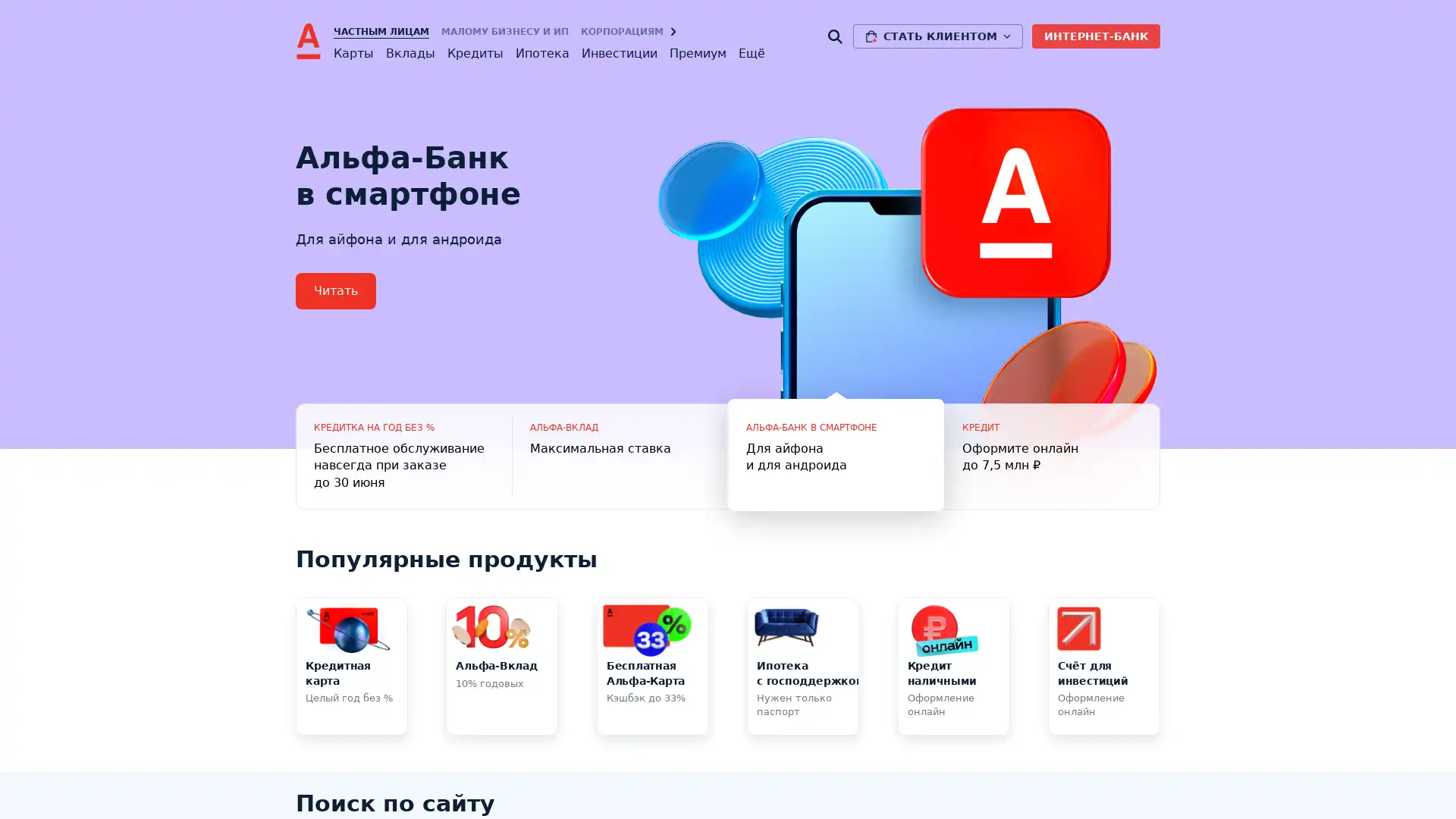  What do you see at coordinates (1051, 455) in the screenshot?
I see `7,5` at bounding box center [1051, 455].